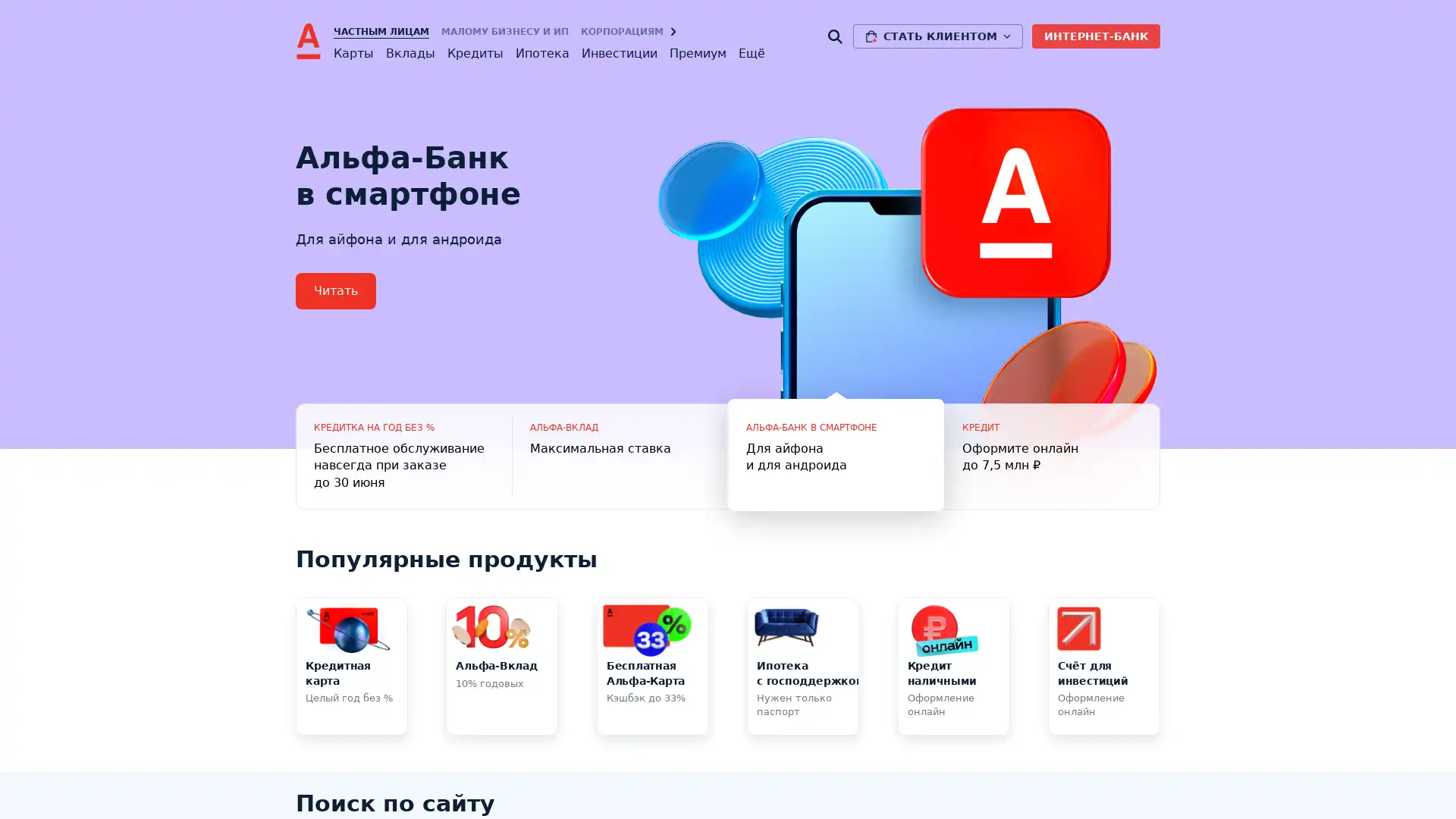  What do you see at coordinates (1051, 455) in the screenshot?
I see `7,5` at bounding box center [1051, 455].